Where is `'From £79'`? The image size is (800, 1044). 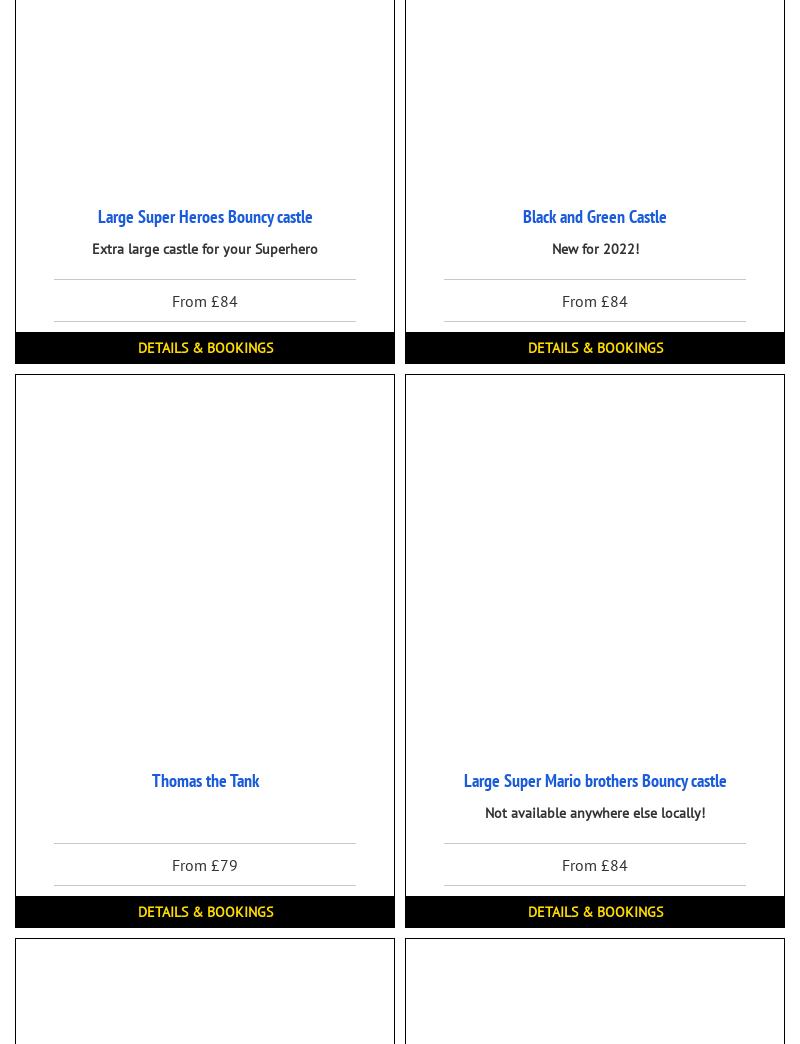 'From £79' is located at coordinates (171, 864).